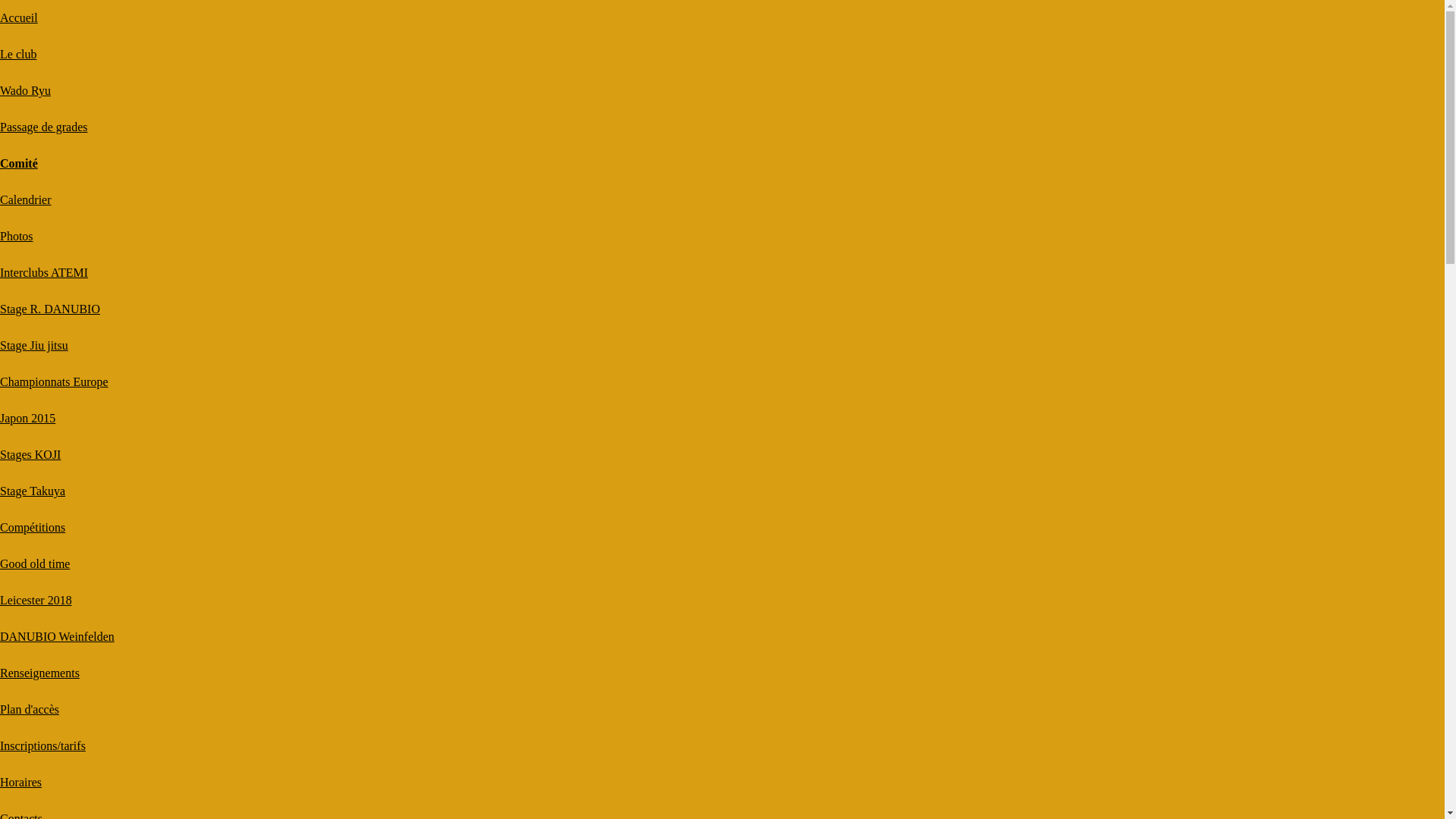  What do you see at coordinates (0, 418) in the screenshot?
I see `'Japon 2015'` at bounding box center [0, 418].